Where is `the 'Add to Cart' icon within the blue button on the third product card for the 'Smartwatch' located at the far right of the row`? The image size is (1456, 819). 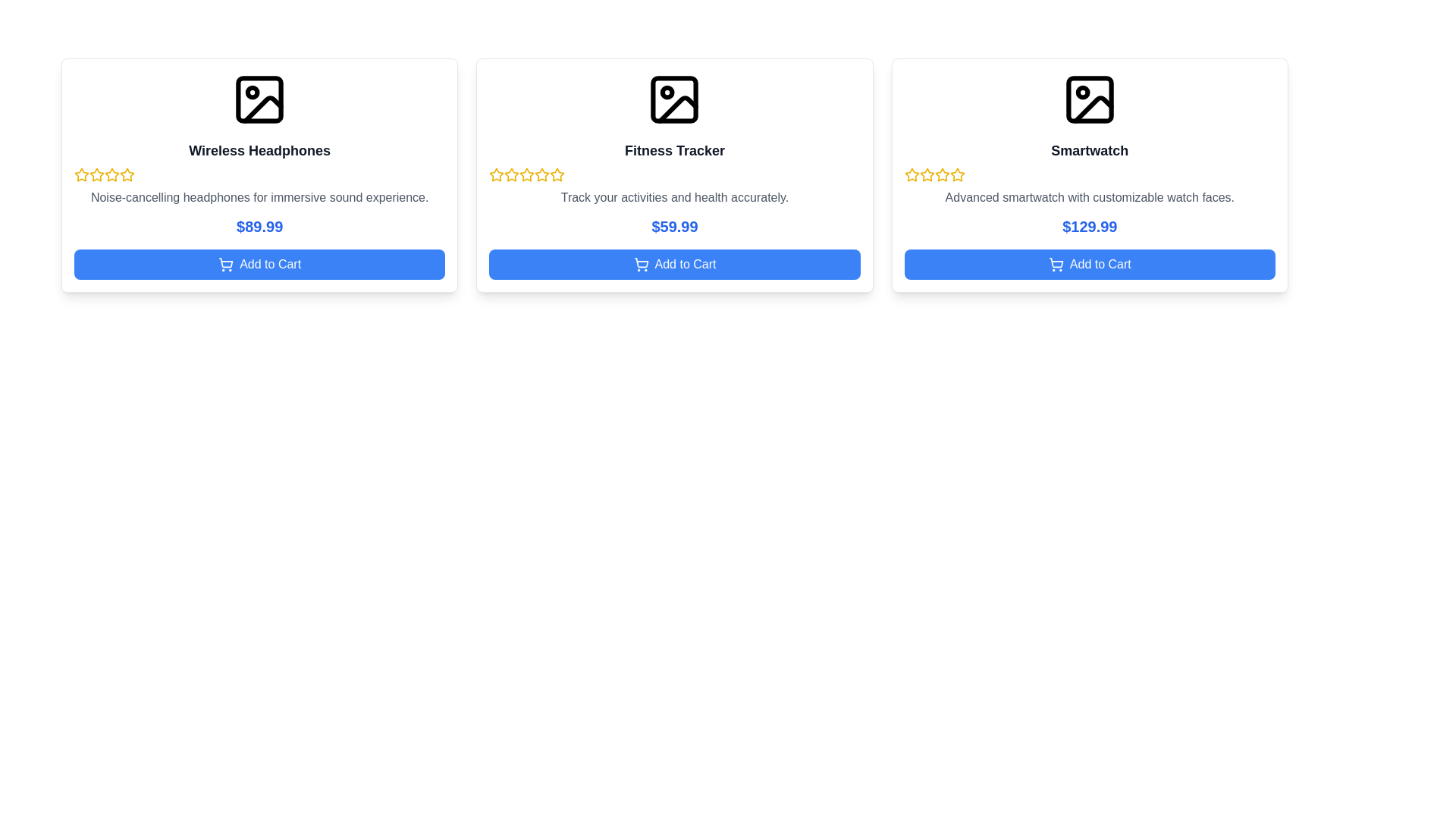 the 'Add to Cart' icon within the blue button on the third product card for the 'Smartwatch' located at the far right of the row is located at coordinates (1055, 262).